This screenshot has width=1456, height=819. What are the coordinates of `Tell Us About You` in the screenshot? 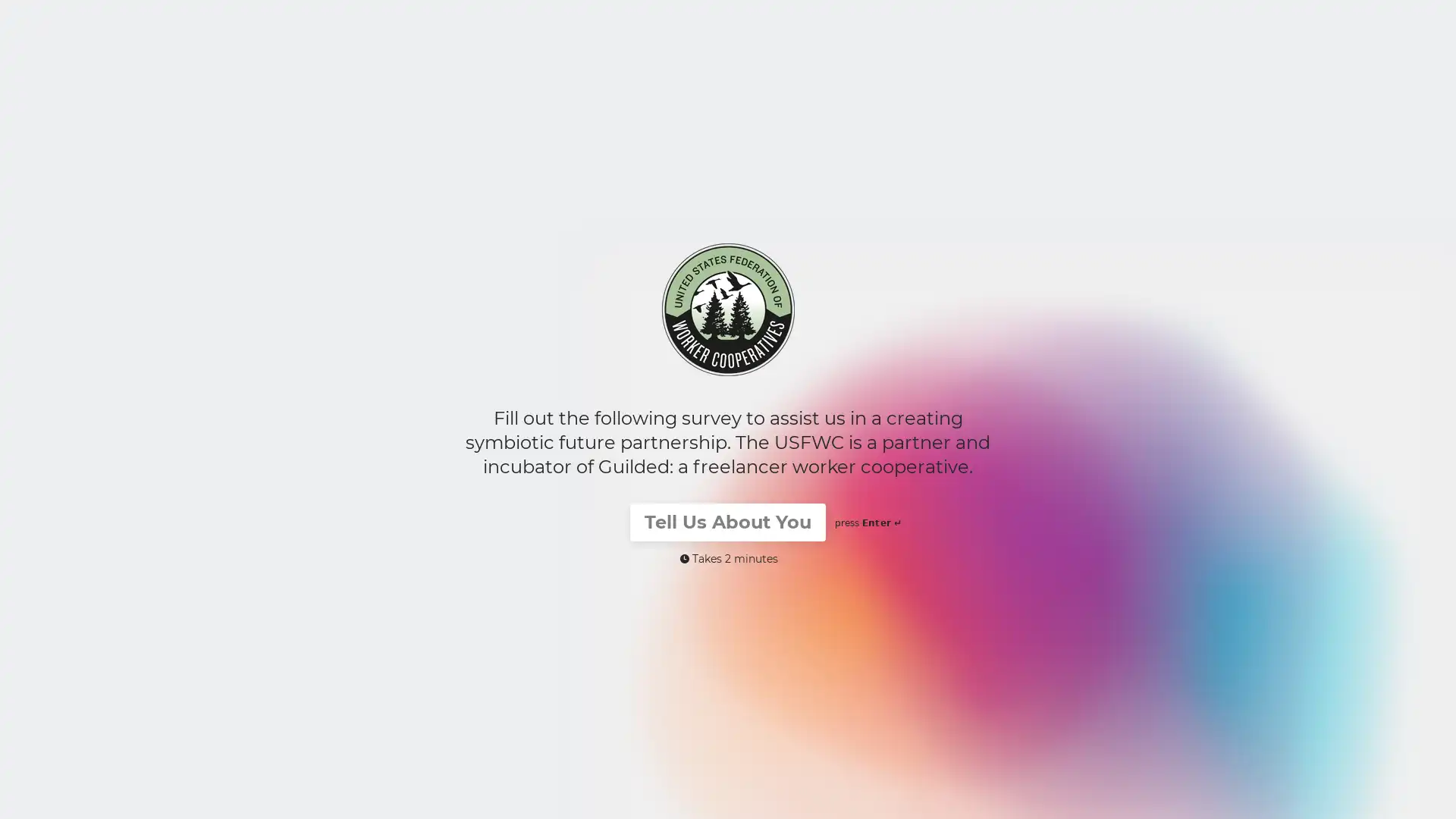 It's located at (728, 522).